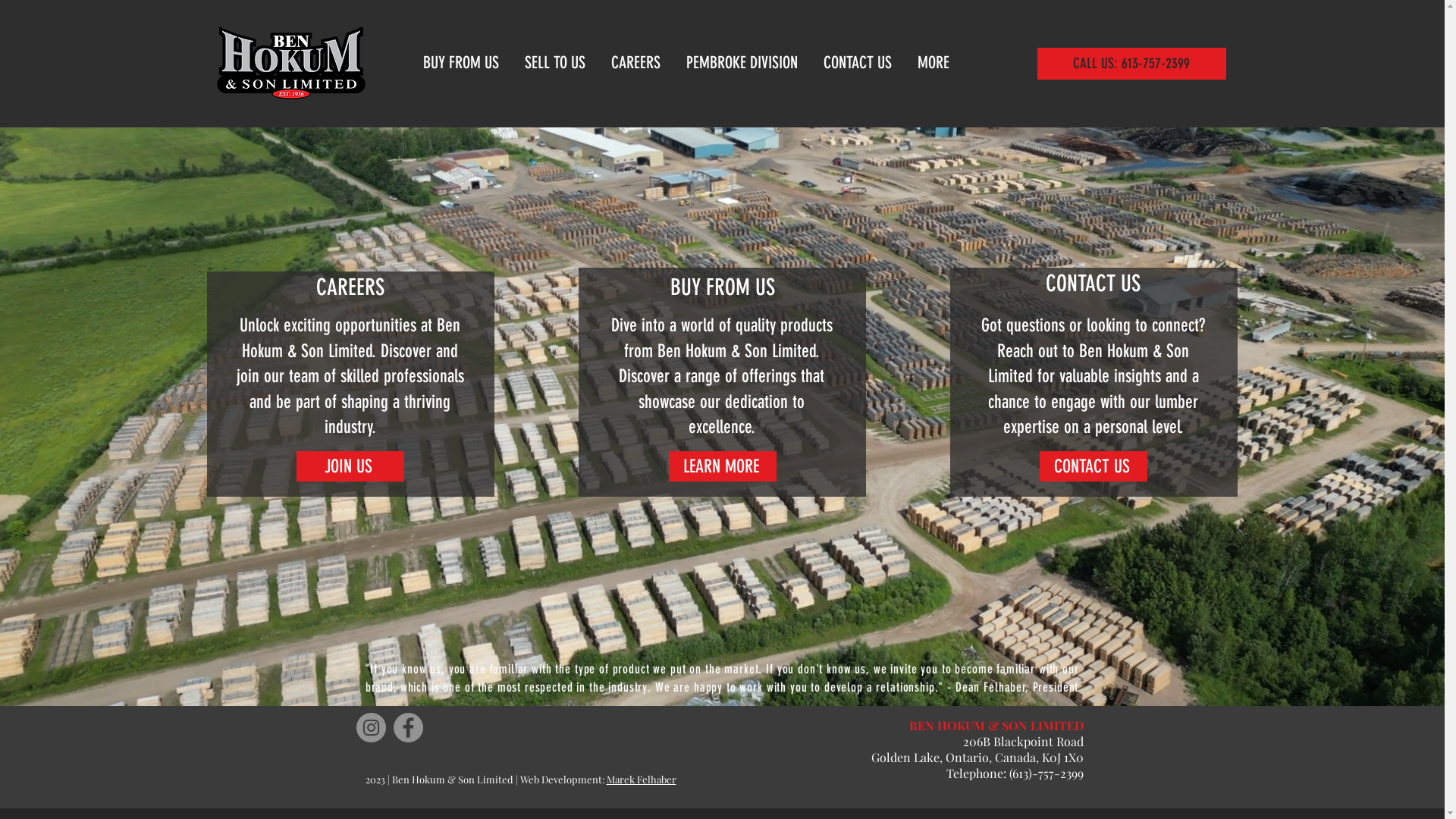  What do you see at coordinates (743, 62) in the screenshot?
I see `'PEMBROKE DIVISION'` at bounding box center [743, 62].